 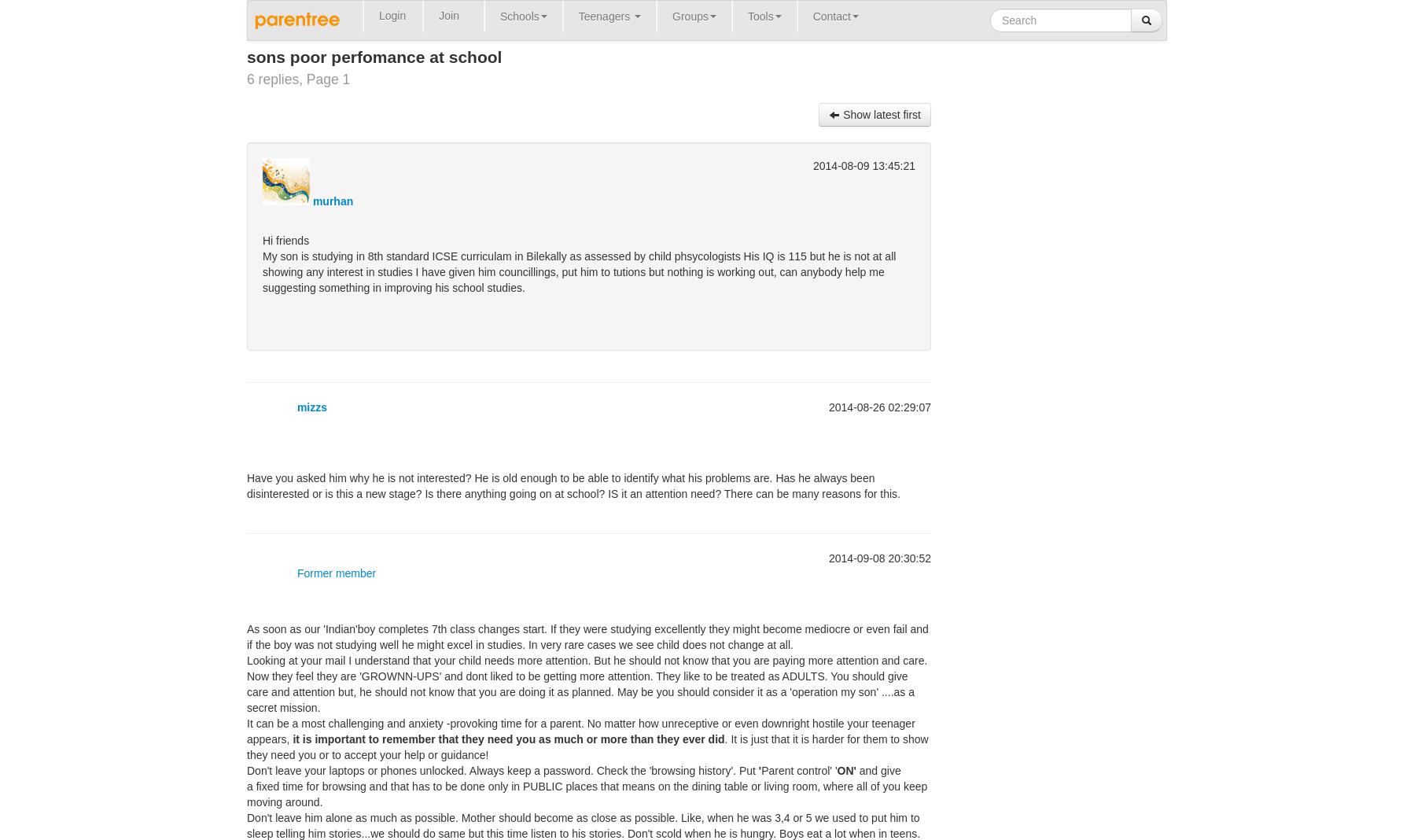 What do you see at coordinates (840, 114) in the screenshot?
I see `'Show latest first'` at bounding box center [840, 114].